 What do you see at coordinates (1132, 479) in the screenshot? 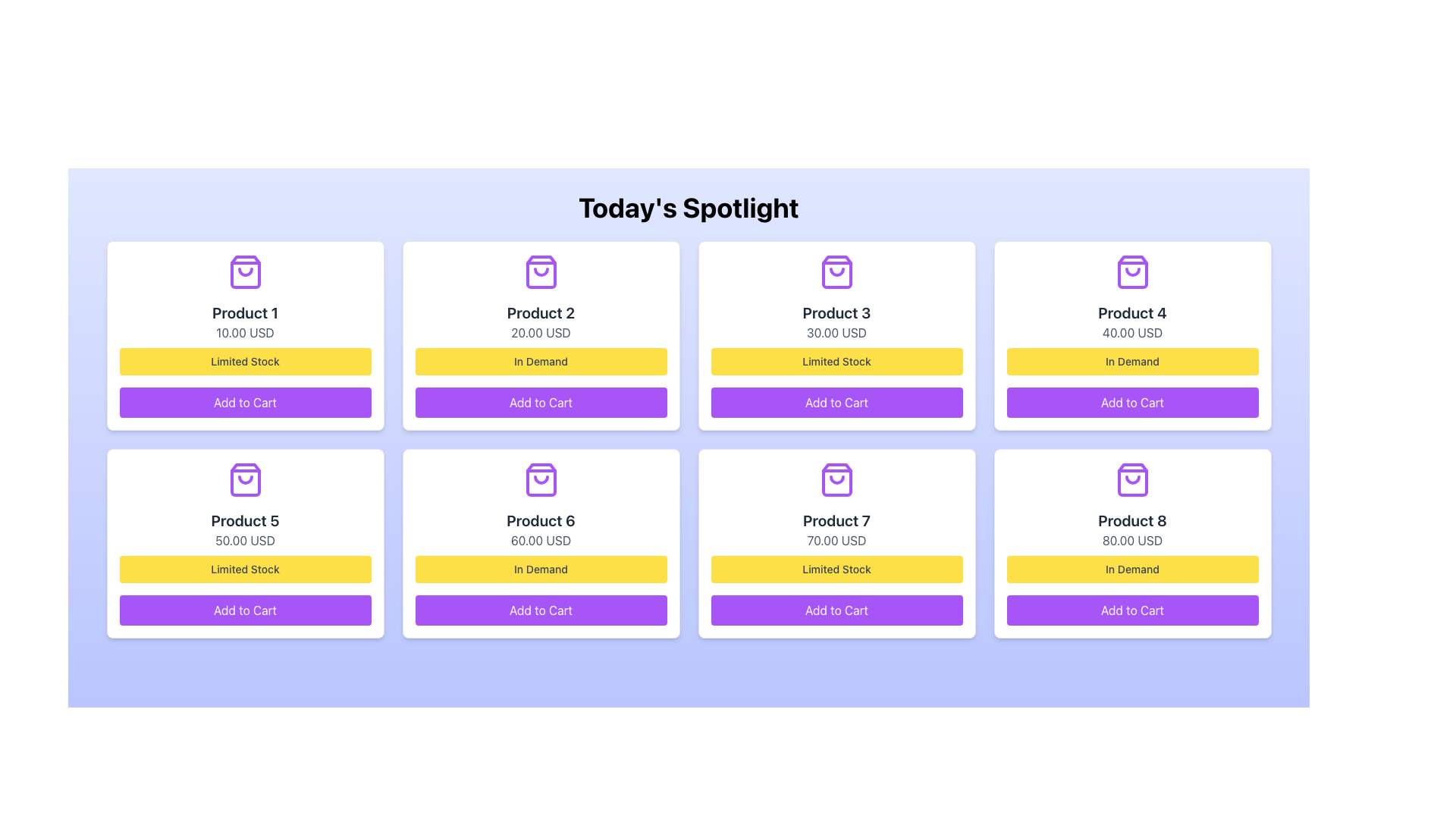
I see `the shopping bag icon located in the bottom-right corner of the eighth product card in the grid layout, which serves as a visual identifier for shopping-related actions` at bounding box center [1132, 479].